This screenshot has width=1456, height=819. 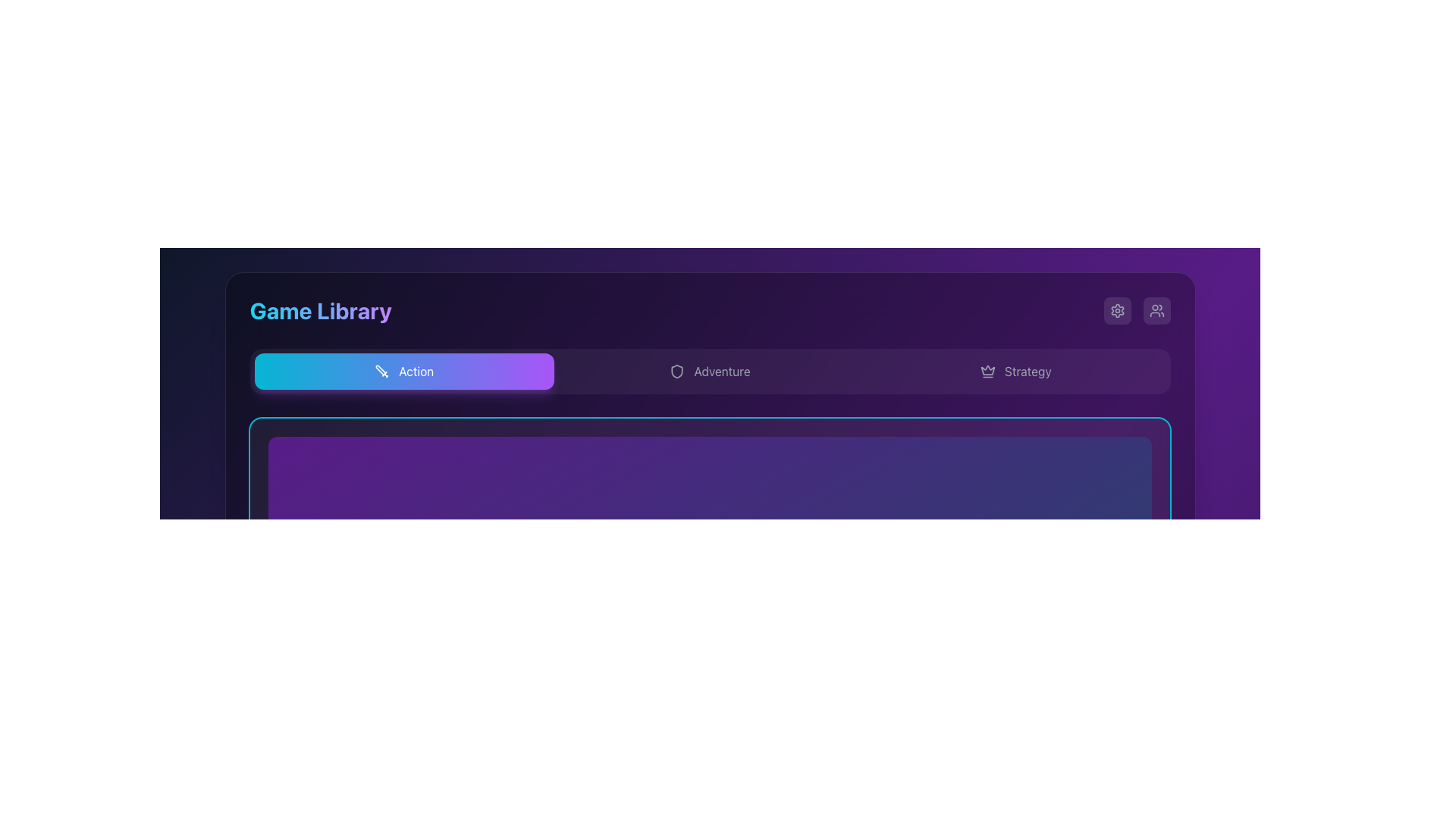 What do you see at coordinates (1015, 371) in the screenshot?
I see `the 'Strategy' button, which is the rightmost button with a purple background and a crown icon` at bounding box center [1015, 371].